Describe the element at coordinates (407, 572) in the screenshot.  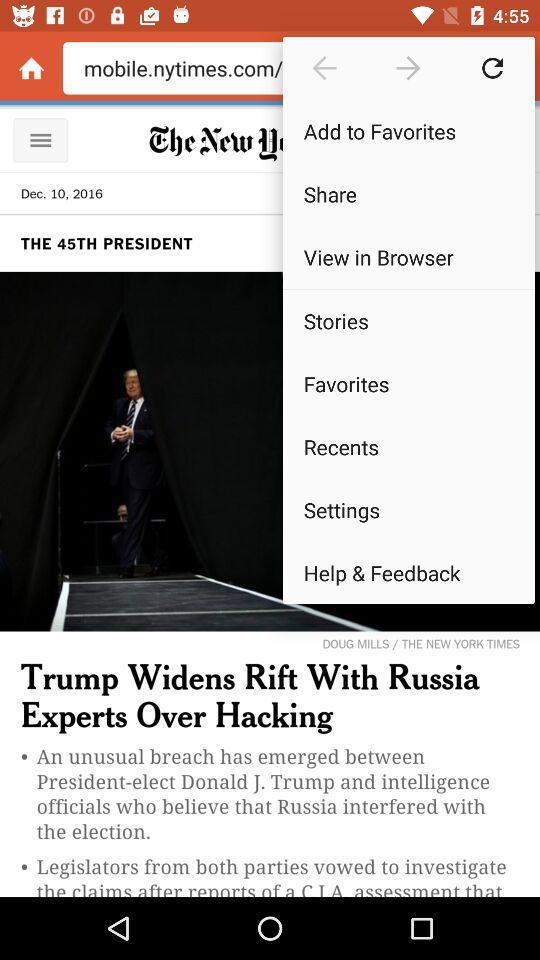
I see `icon below settings item` at that location.